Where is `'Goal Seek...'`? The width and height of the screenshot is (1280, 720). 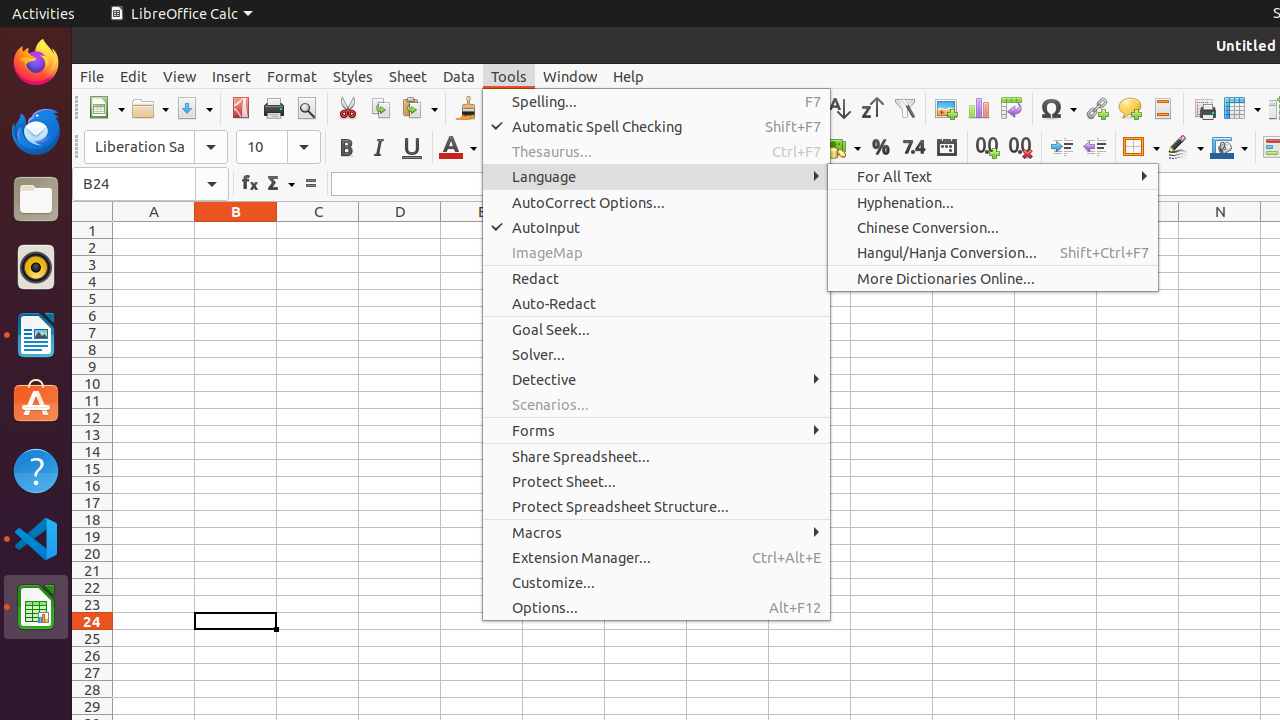 'Goal Seek...' is located at coordinates (656, 328).